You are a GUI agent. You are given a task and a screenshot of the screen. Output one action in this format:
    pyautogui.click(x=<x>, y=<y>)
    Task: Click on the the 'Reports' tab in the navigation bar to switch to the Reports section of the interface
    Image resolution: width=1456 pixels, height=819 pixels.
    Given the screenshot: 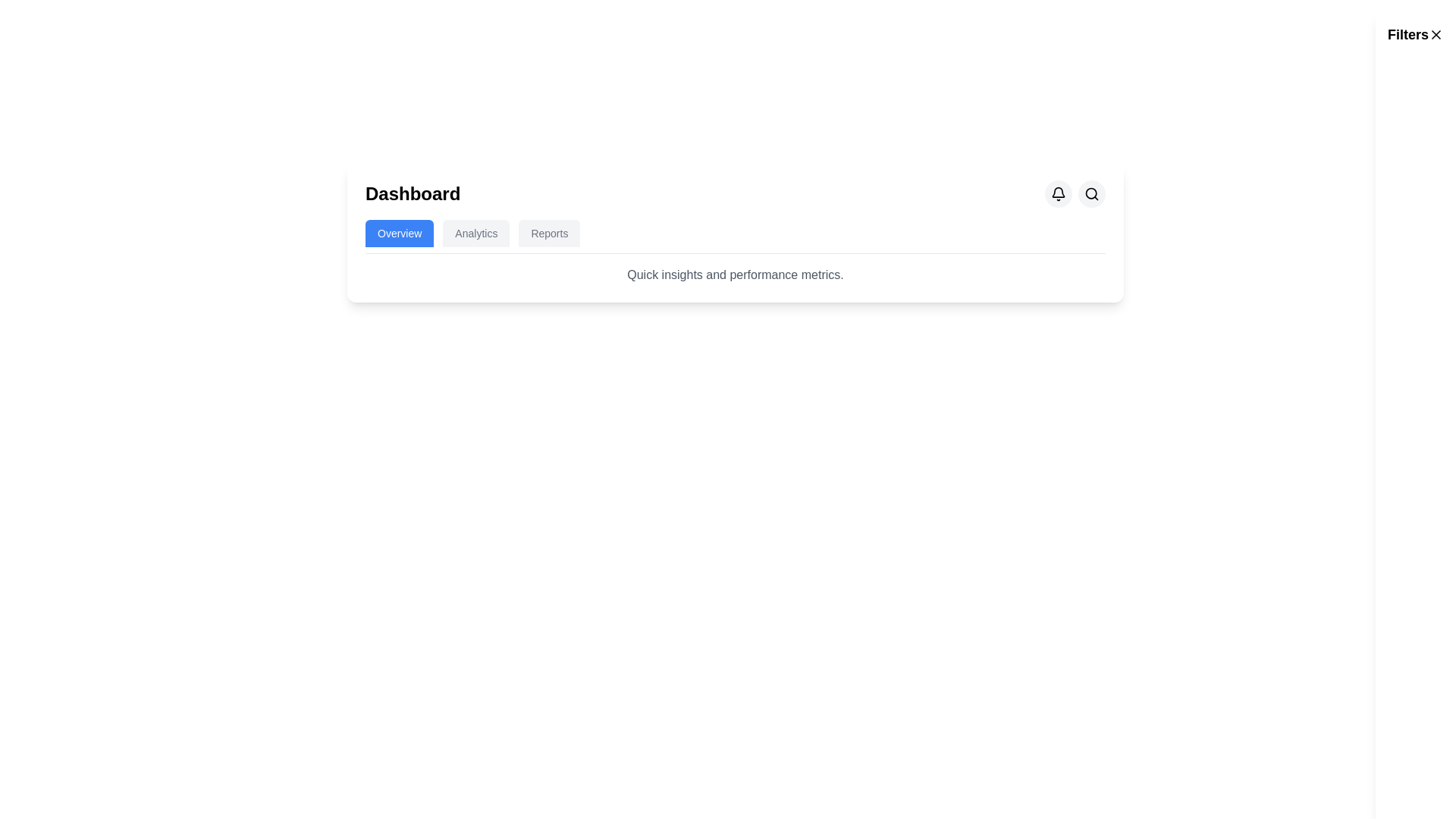 What is the action you would take?
    pyautogui.click(x=548, y=234)
    